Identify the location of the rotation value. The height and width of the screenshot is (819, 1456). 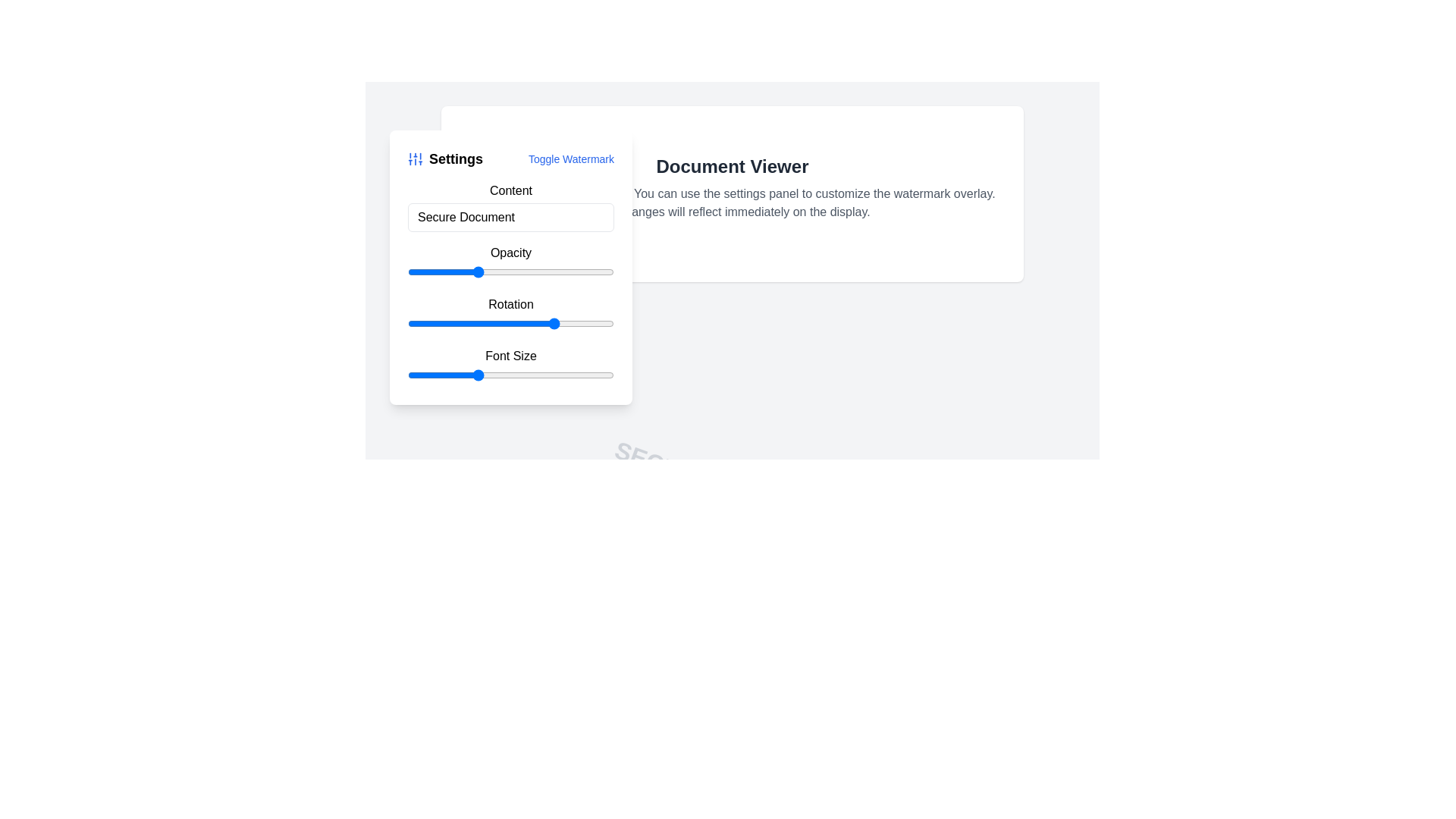
(428, 323).